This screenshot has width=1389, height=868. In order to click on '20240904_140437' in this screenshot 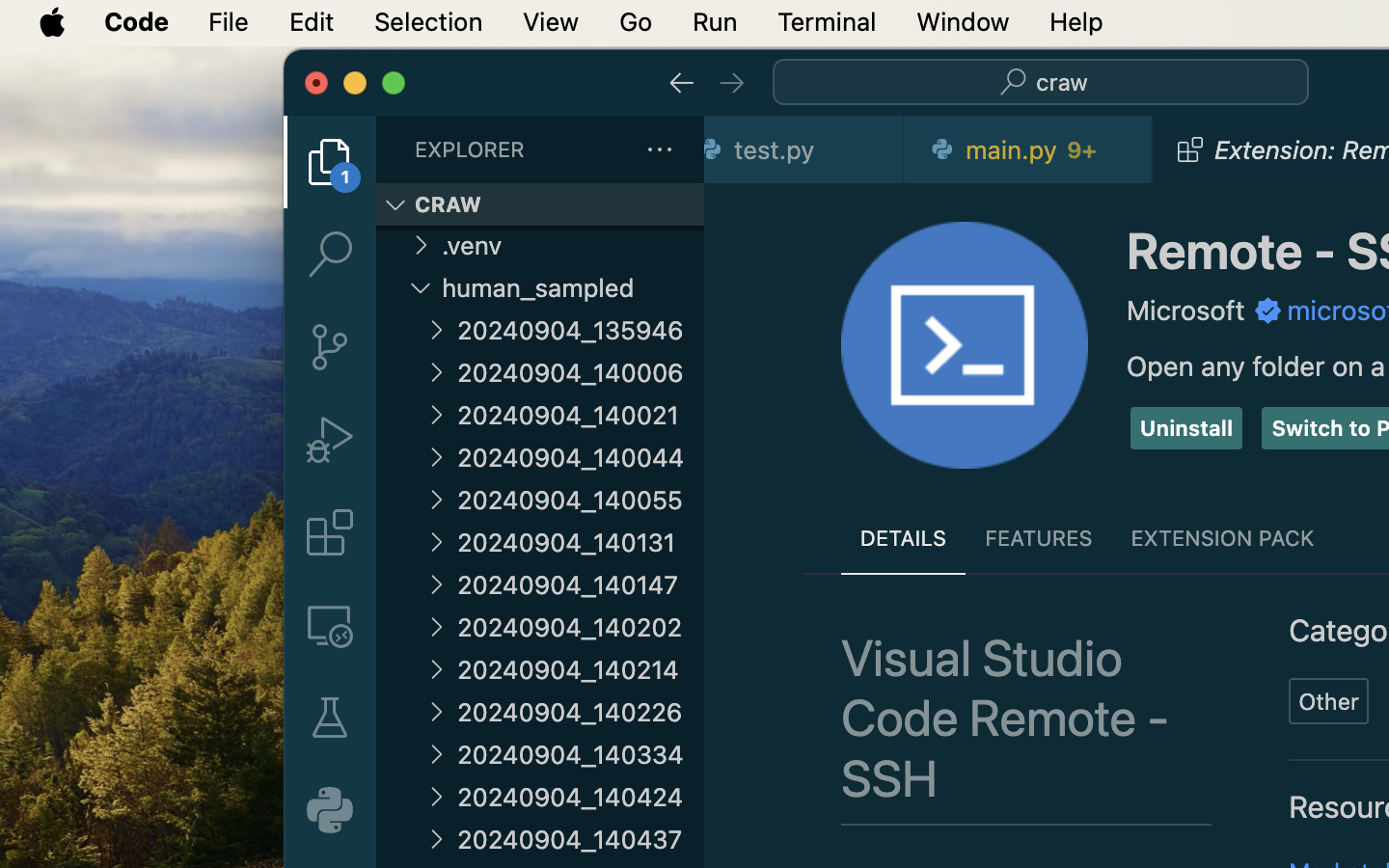, I will do `click(580, 839)`.